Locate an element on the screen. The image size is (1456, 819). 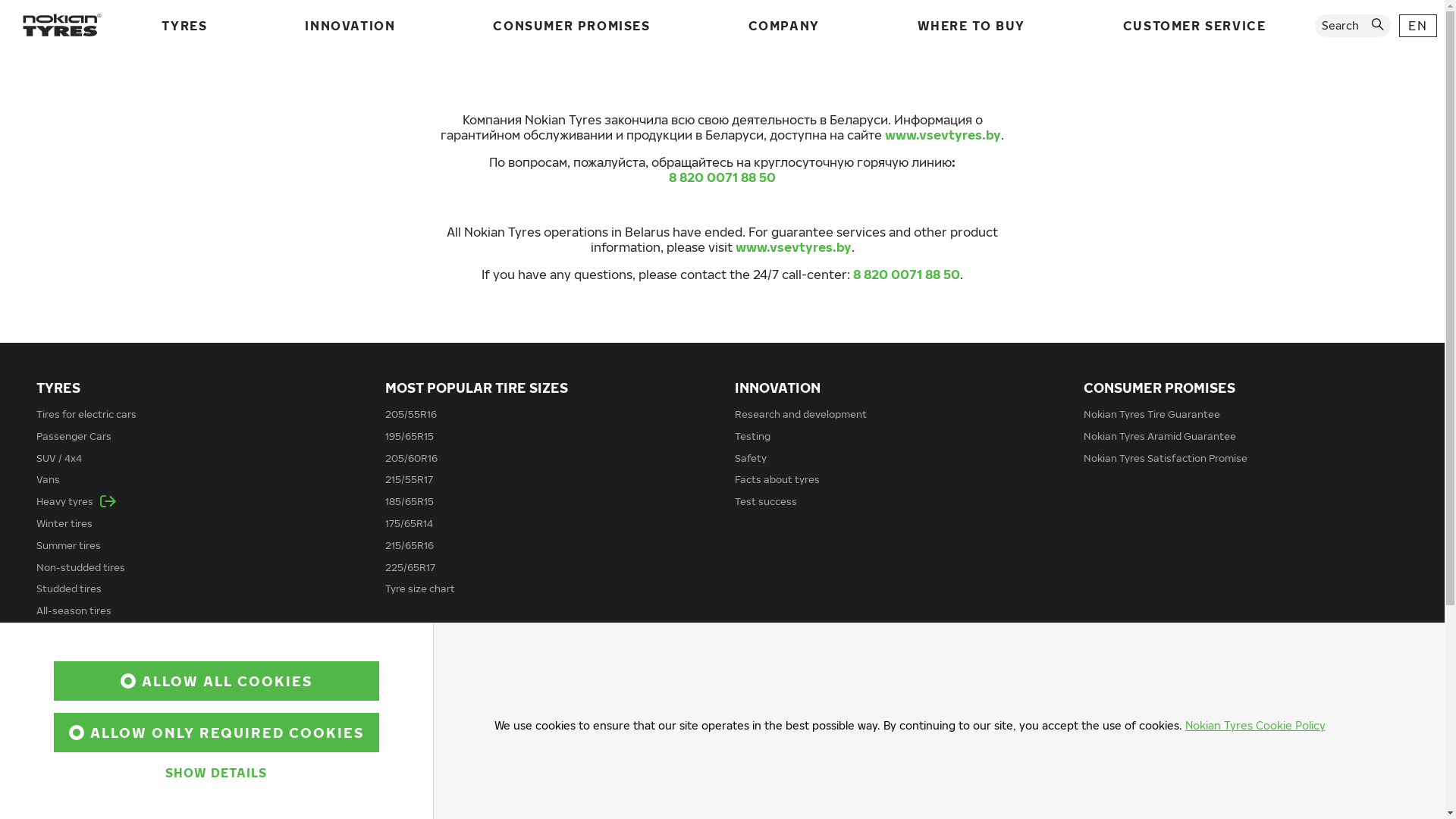
'175/65R14' is located at coordinates (409, 522).